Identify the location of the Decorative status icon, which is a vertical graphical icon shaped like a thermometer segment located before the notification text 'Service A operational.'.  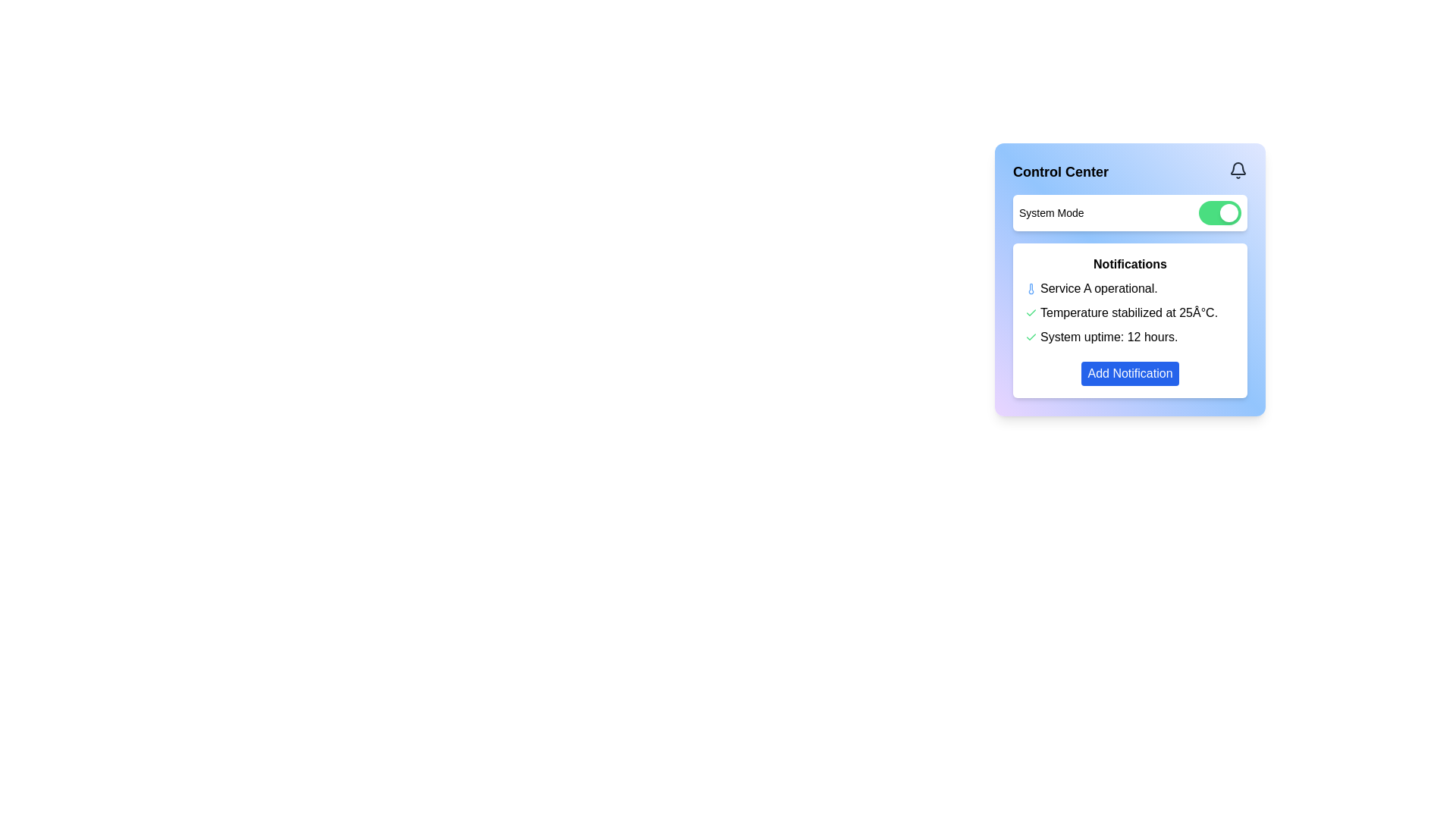
(1031, 289).